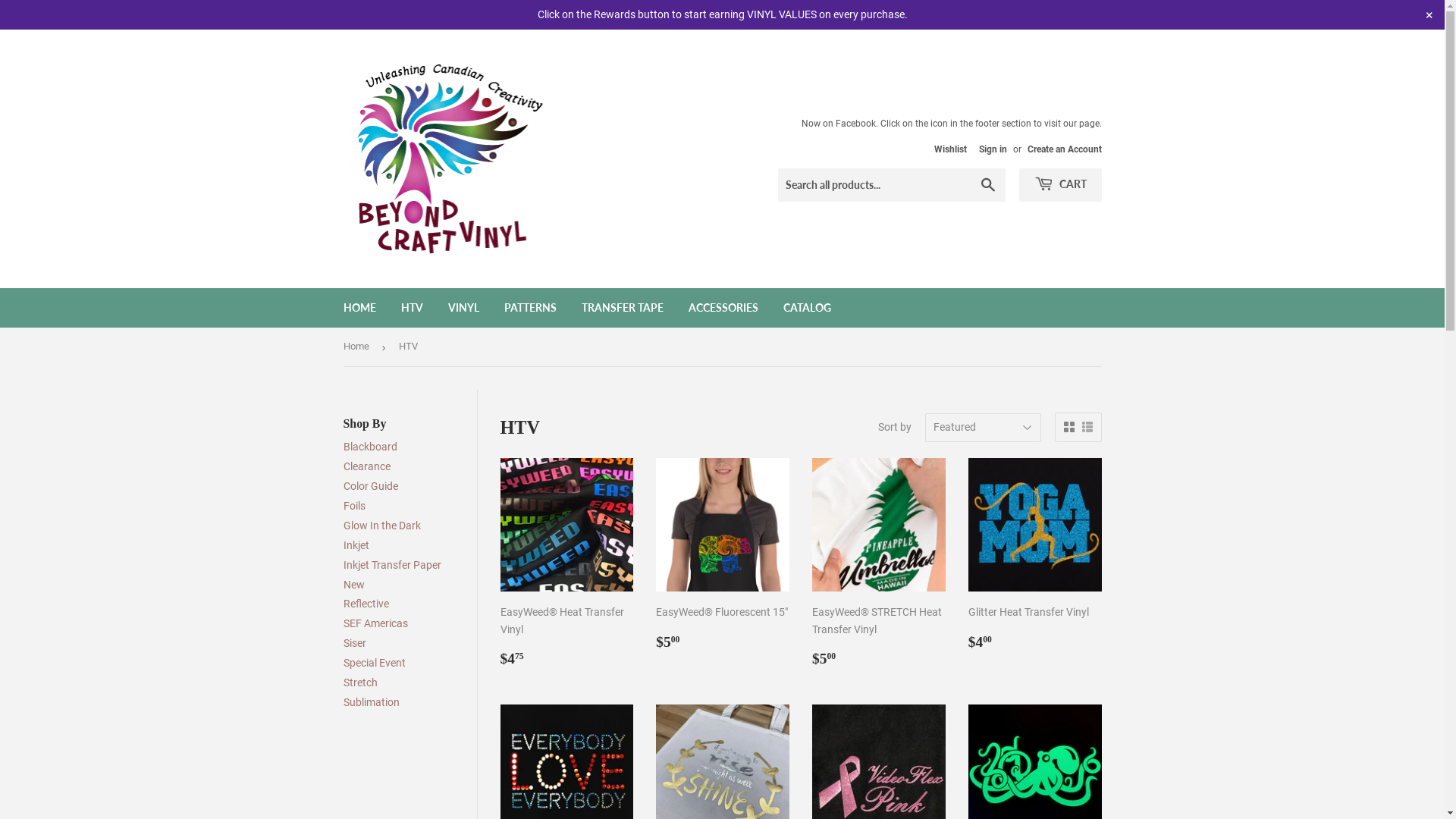 Image resolution: width=1456 pixels, height=819 pixels. Describe the element at coordinates (371, 701) in the screenshot. I see `'Sublimation'` at that location.